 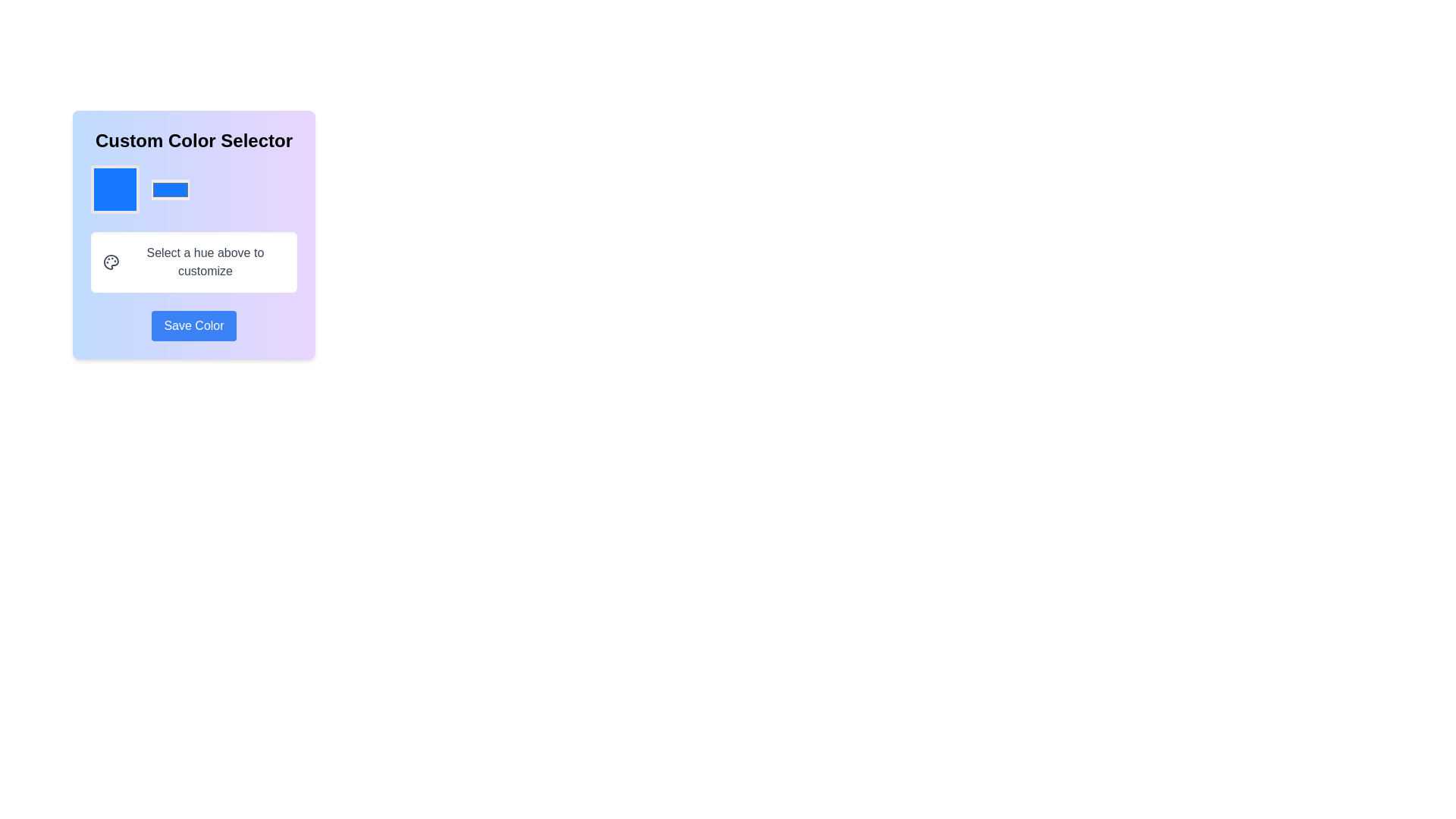 I want to click on the palette-shaped color selection icon located in the 'Custom Color Selector' interface, positioned to the right of a solid square color block and above the text input area, so click(x=110, y=262).